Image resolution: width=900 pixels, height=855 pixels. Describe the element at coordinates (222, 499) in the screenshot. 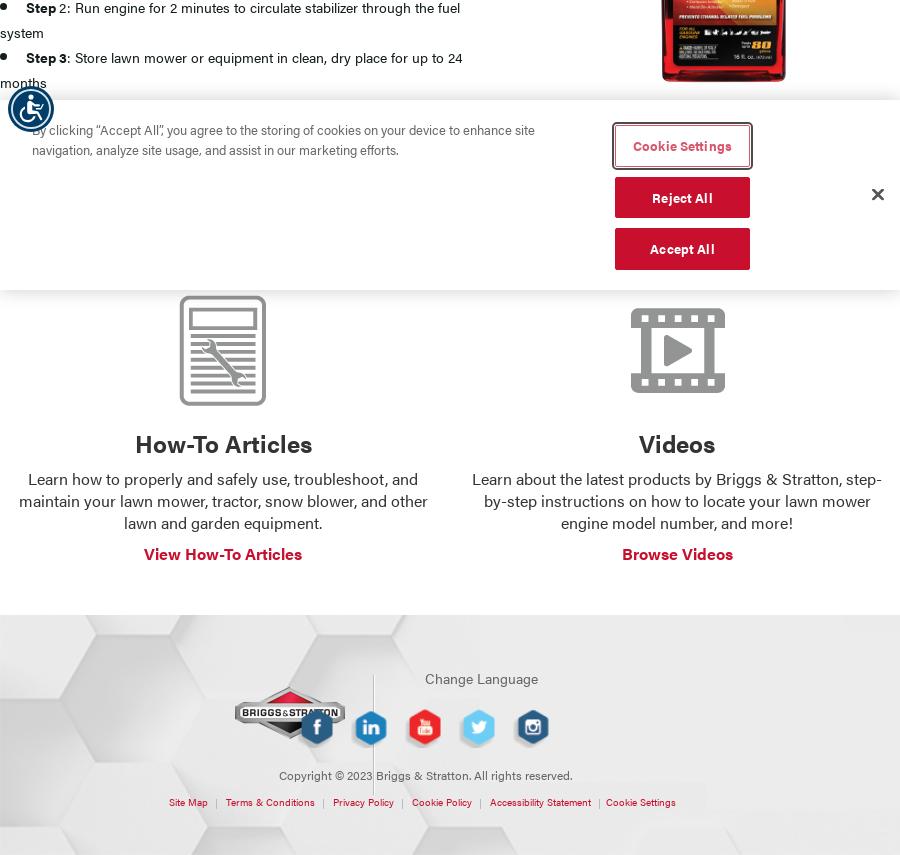

I see `'Learn how to properly and safely use, troubleshoot, and maintain your lawn mower, tractor, snow blower, and other lawn and garden equipment.'` at that location.